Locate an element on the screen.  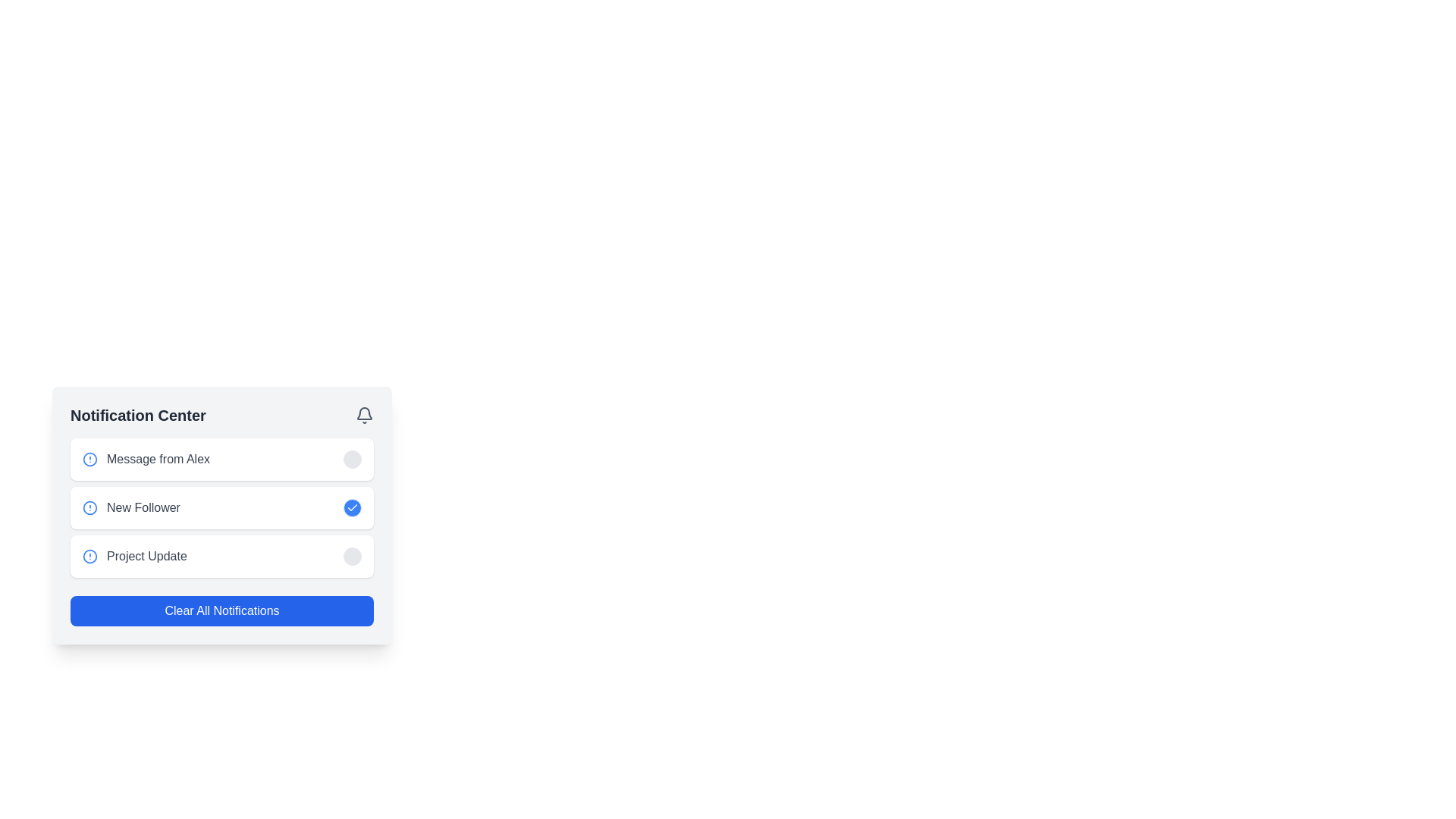
the toggle button on the Notification Card, which is the third item in the notification center panel, to mark it as read/unread is located at coordinates (221, 556).